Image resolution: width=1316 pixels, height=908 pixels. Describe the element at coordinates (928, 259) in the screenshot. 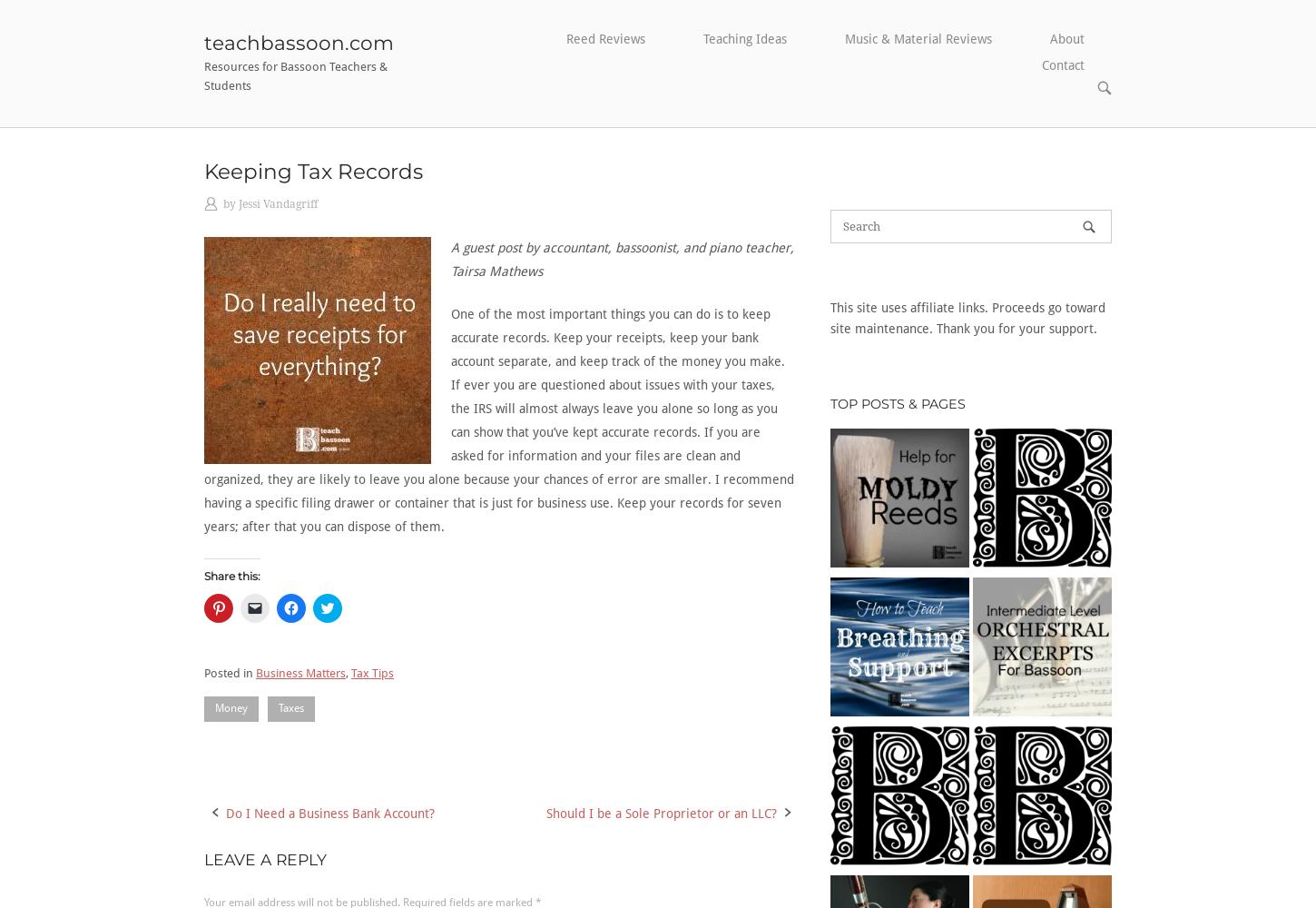

I see `'Recital Ideas'` at that location.